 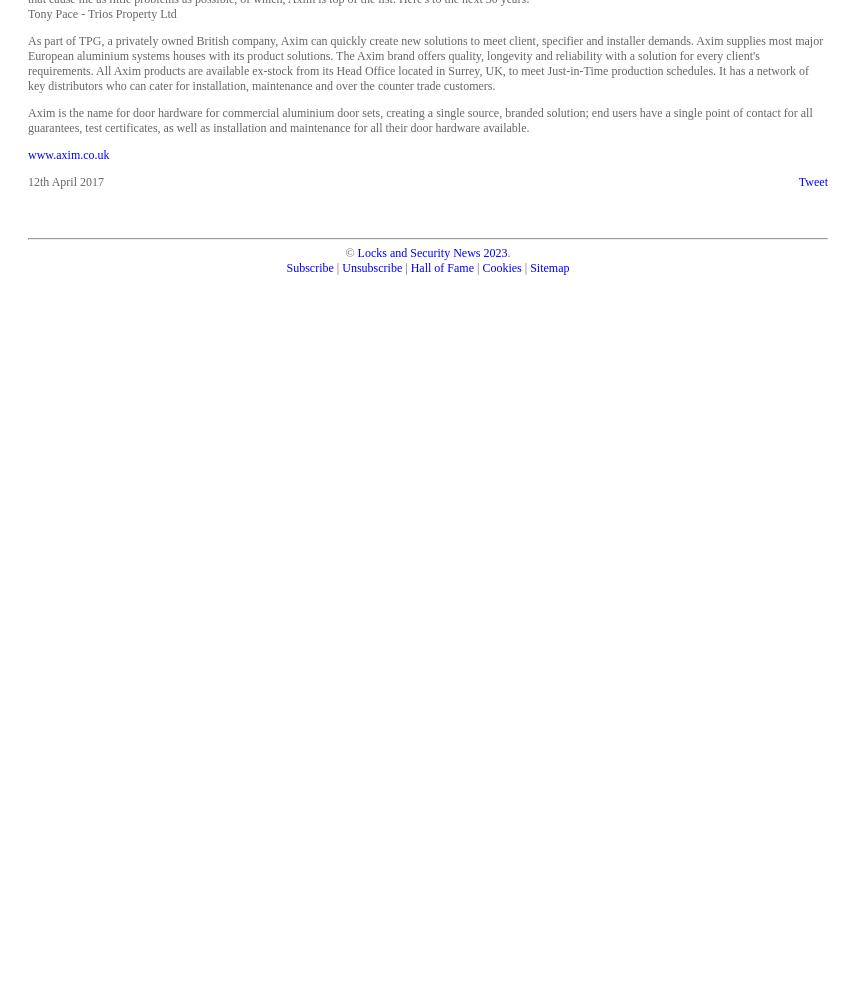 I want to click on 'Tony Pace - Trios Property Ltd', so click(x=102, y=14).